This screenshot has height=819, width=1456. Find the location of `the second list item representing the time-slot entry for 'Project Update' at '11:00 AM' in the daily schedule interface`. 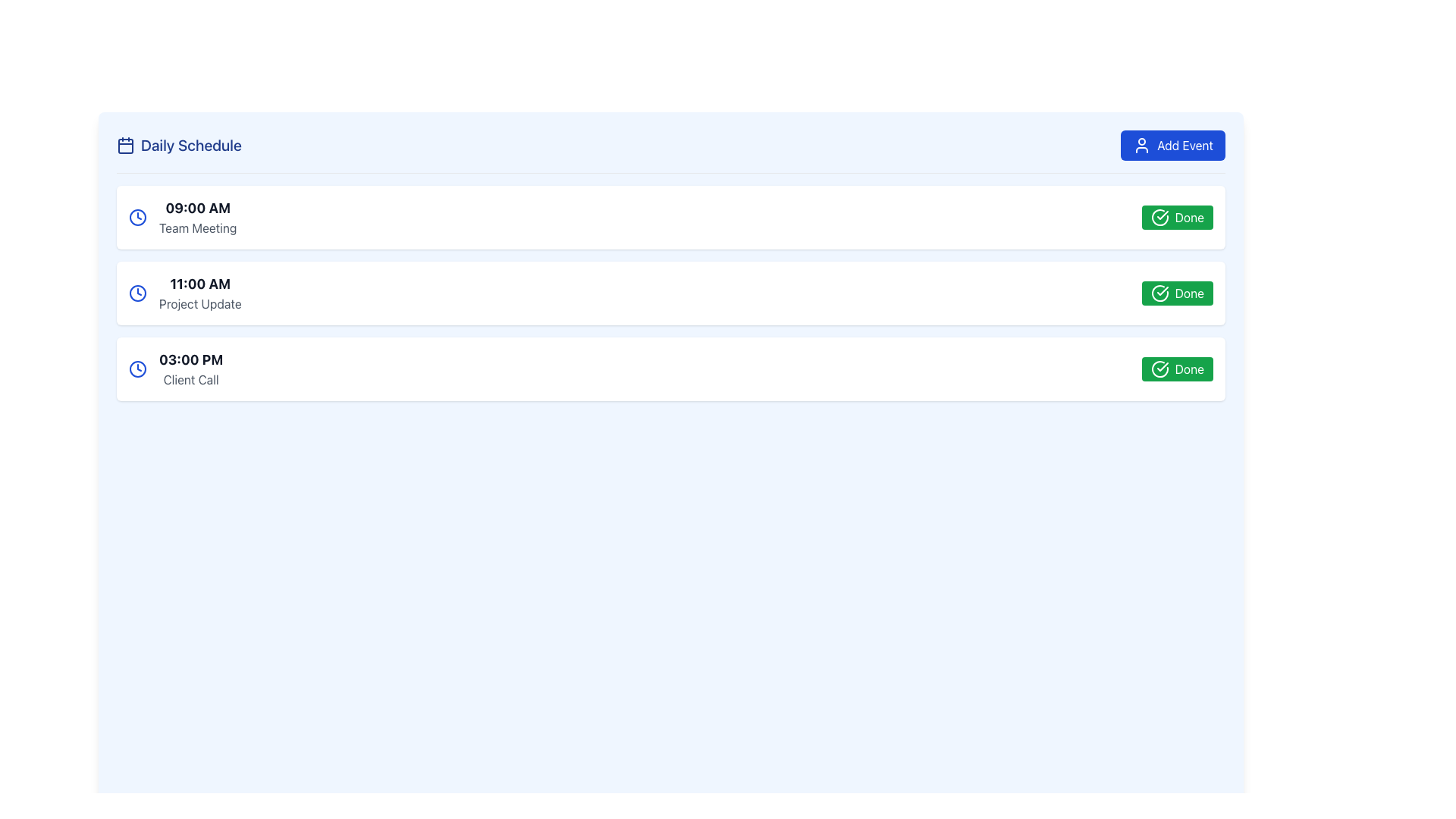

the second list item representing the time-slot entry for 'Project Update' at '11:00 AM' in the daily schedule interface is located at coordinates (670, 293).